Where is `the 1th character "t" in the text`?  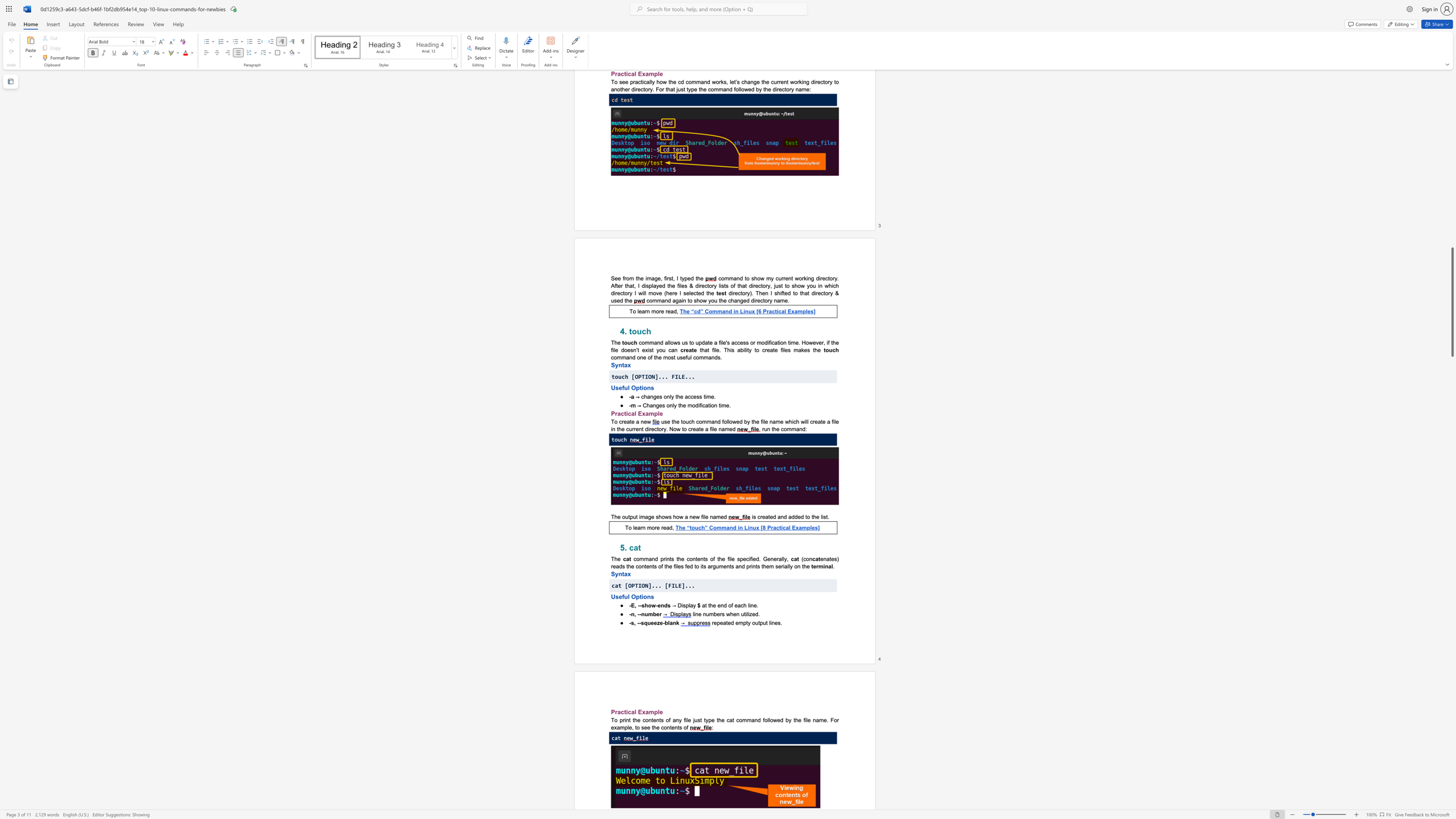 the 1th character "t" in the text is located at coordinates (670, 559).